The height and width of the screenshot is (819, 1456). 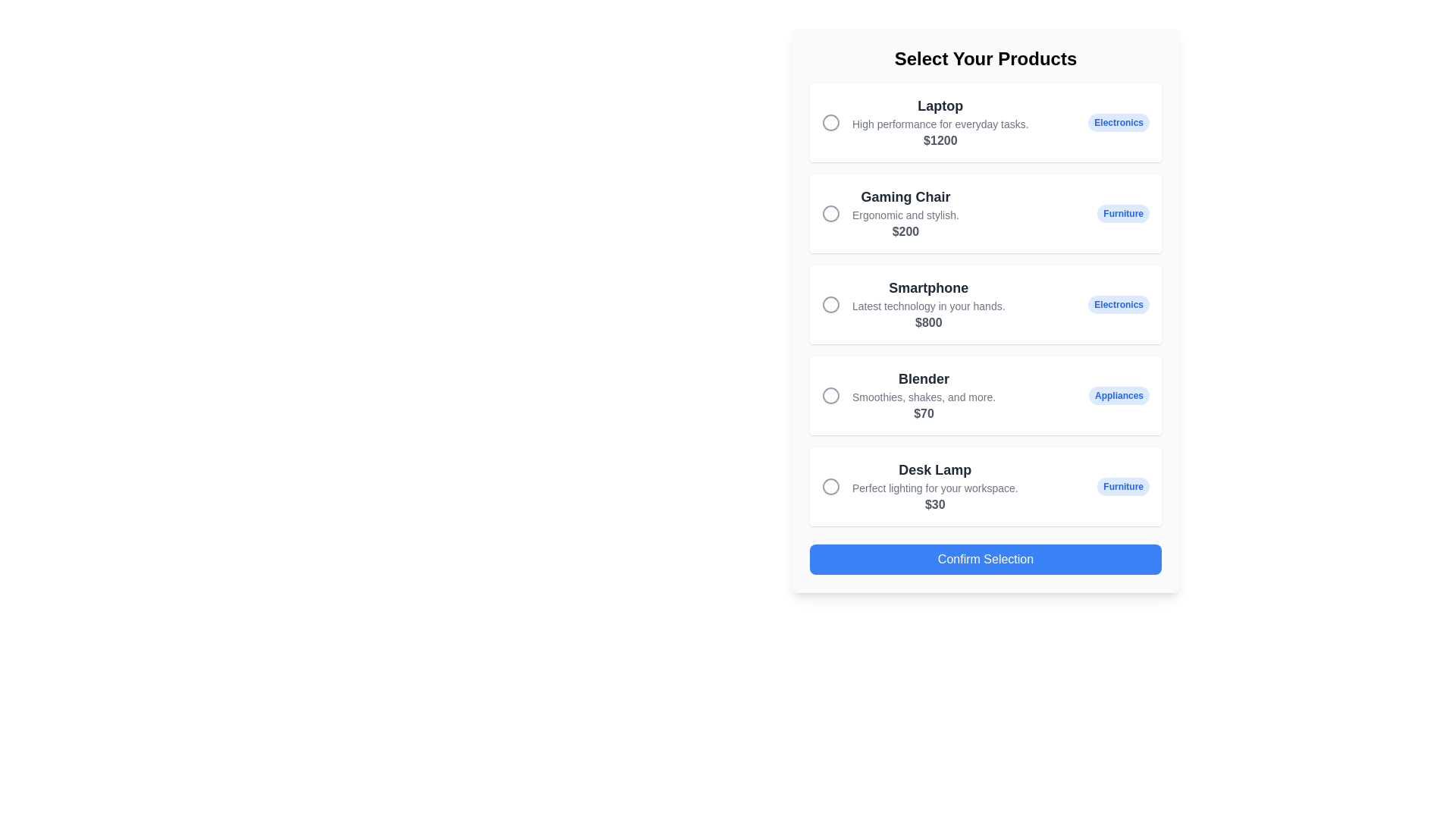 What do you see at coordinates (923, 378) in the screenshot?
I see `product title label for 'Blender', which is located above the descriptive text and price in the product list item` at bounding box center [923, 378].